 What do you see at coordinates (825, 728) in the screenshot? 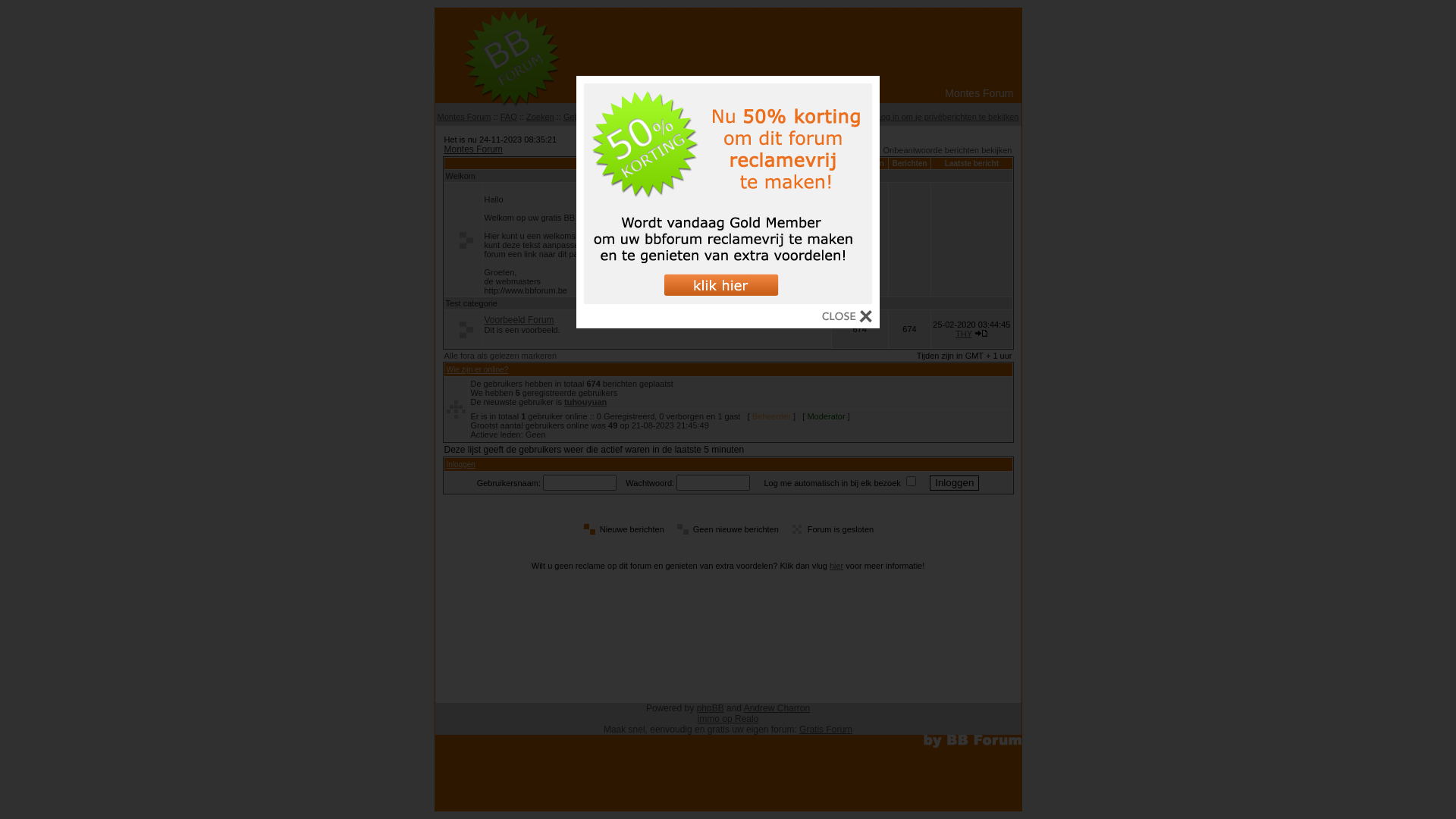
I see `'Gratis Forum'` at bounding box center [825, 728].